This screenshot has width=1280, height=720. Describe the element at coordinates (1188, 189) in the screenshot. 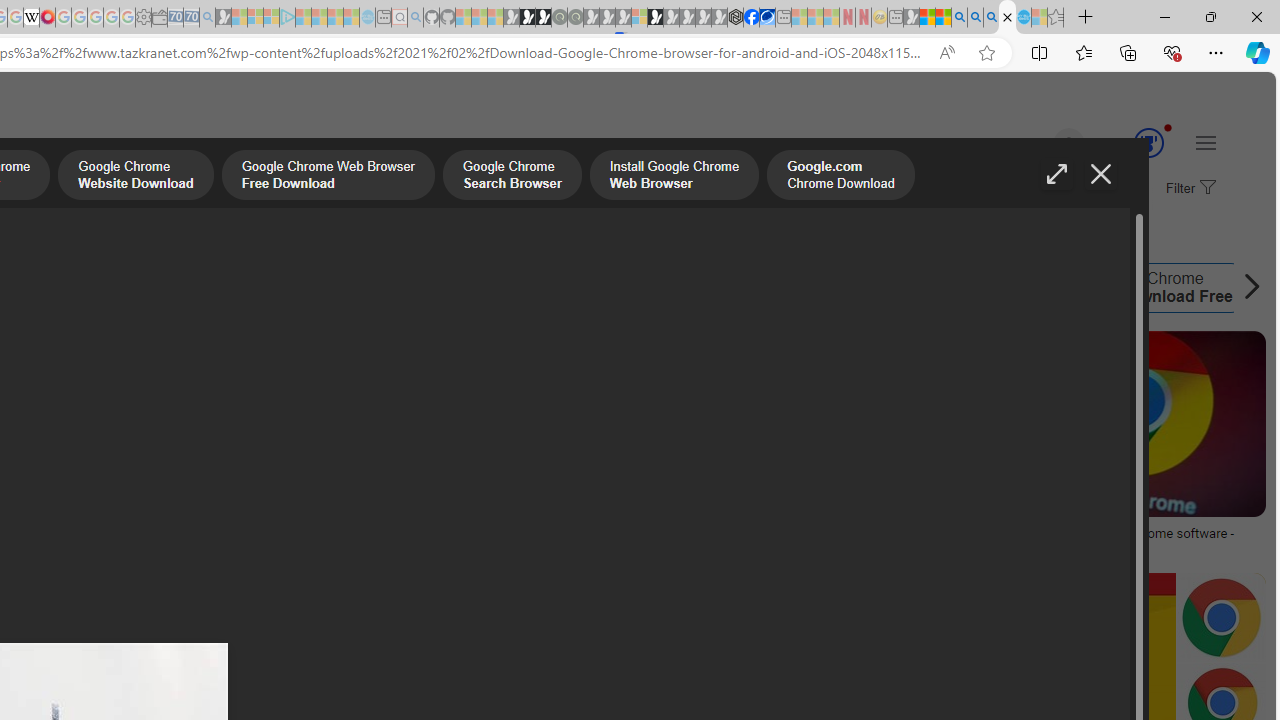

I see `'Filter'` at that location.